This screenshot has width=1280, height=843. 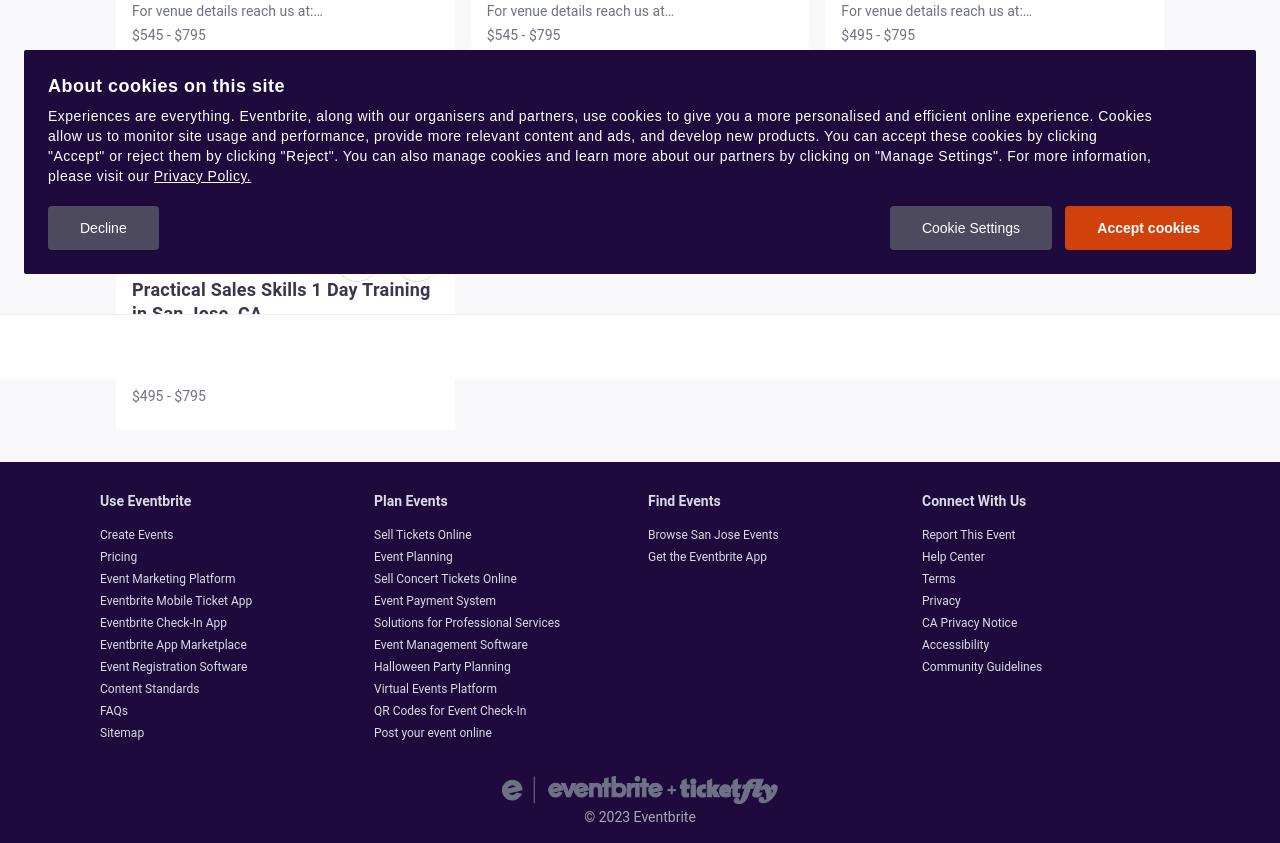 I want to click on 'Privacy', so click(x=940, y=599).